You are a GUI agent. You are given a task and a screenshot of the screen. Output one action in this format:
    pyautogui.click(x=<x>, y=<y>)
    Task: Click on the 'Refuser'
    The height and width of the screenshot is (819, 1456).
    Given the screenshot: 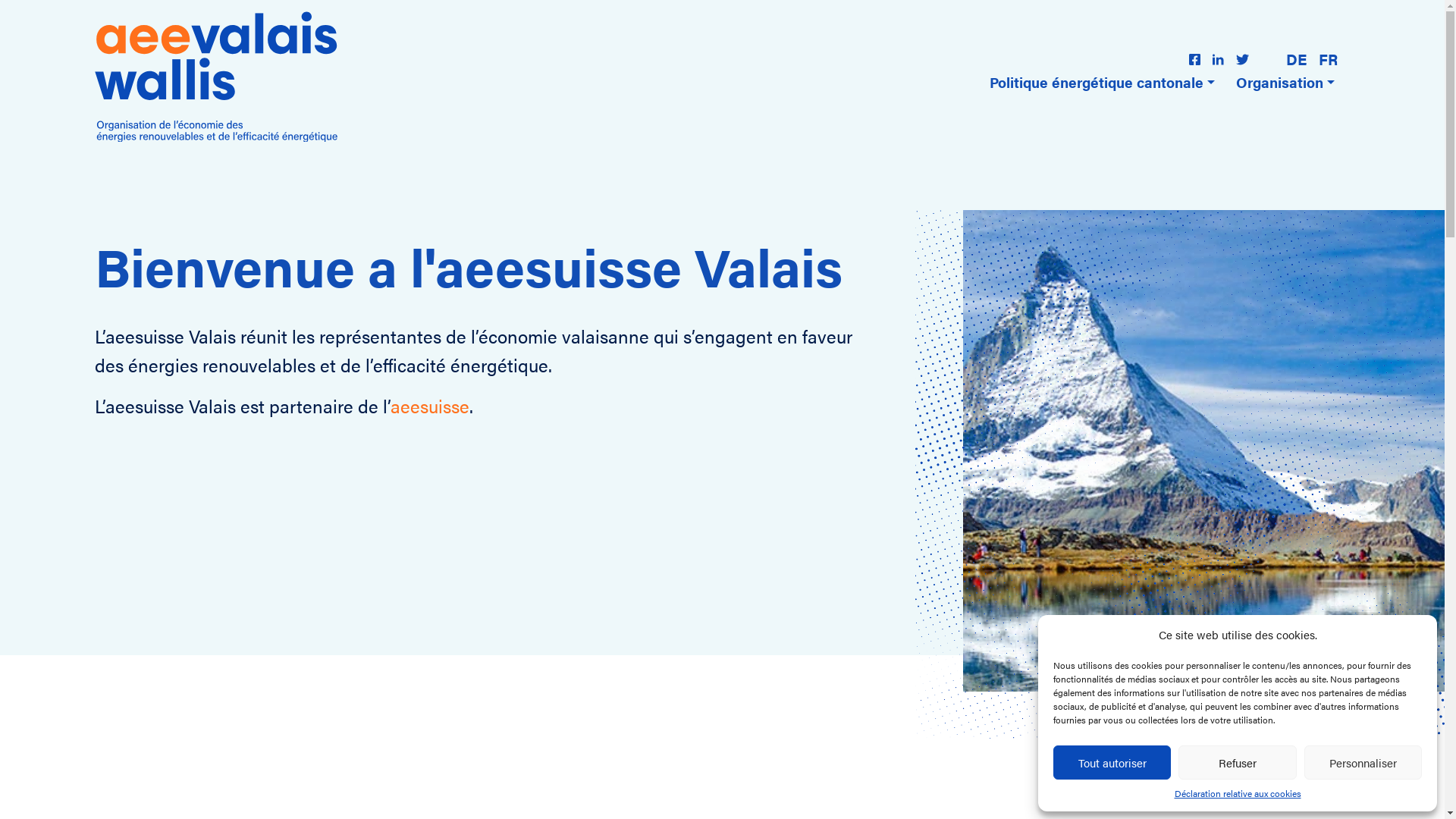 What is the action you would take?
    pyautogui.click(x=1237, y=762)
    